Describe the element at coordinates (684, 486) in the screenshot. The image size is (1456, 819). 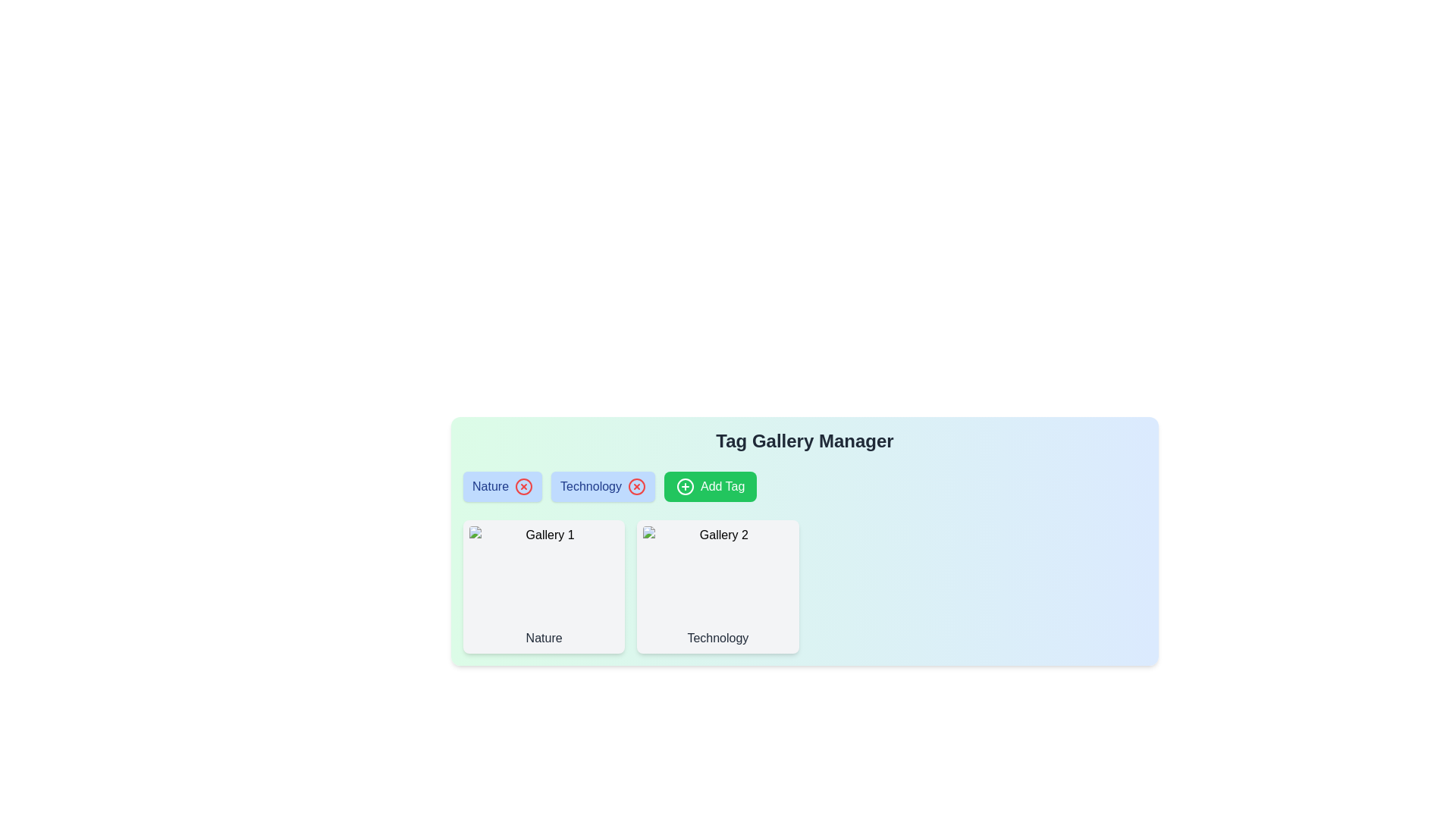
I see `the icon within the 'Add Tag' button, which is located at the top section of the interface, to the right of the 'Technology' tag button` at that location.